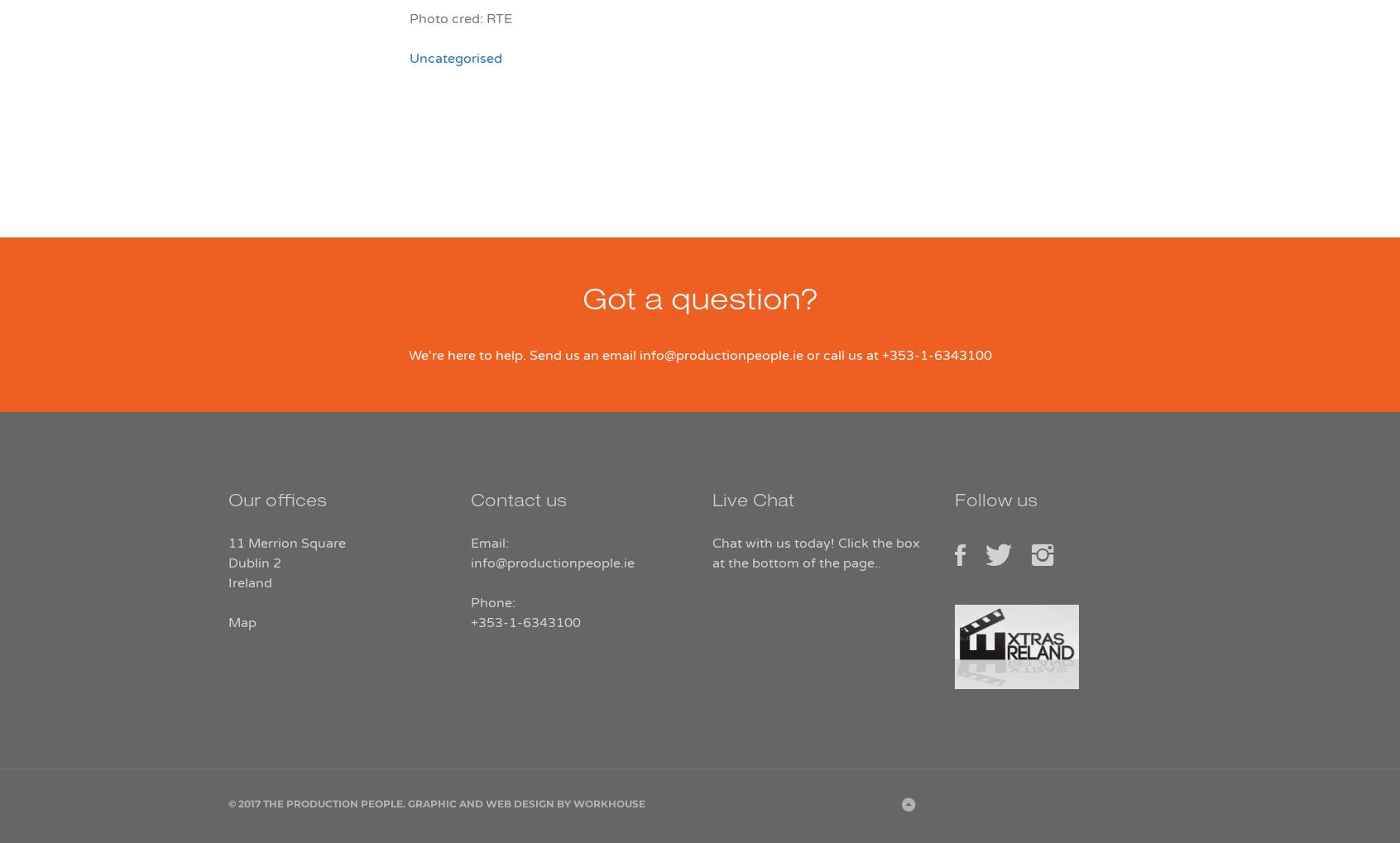 Image resolution: width=1400 pixels, height=843 pixels. I want to click on 'or call us at +353-1-6343100', so click(803, 356).